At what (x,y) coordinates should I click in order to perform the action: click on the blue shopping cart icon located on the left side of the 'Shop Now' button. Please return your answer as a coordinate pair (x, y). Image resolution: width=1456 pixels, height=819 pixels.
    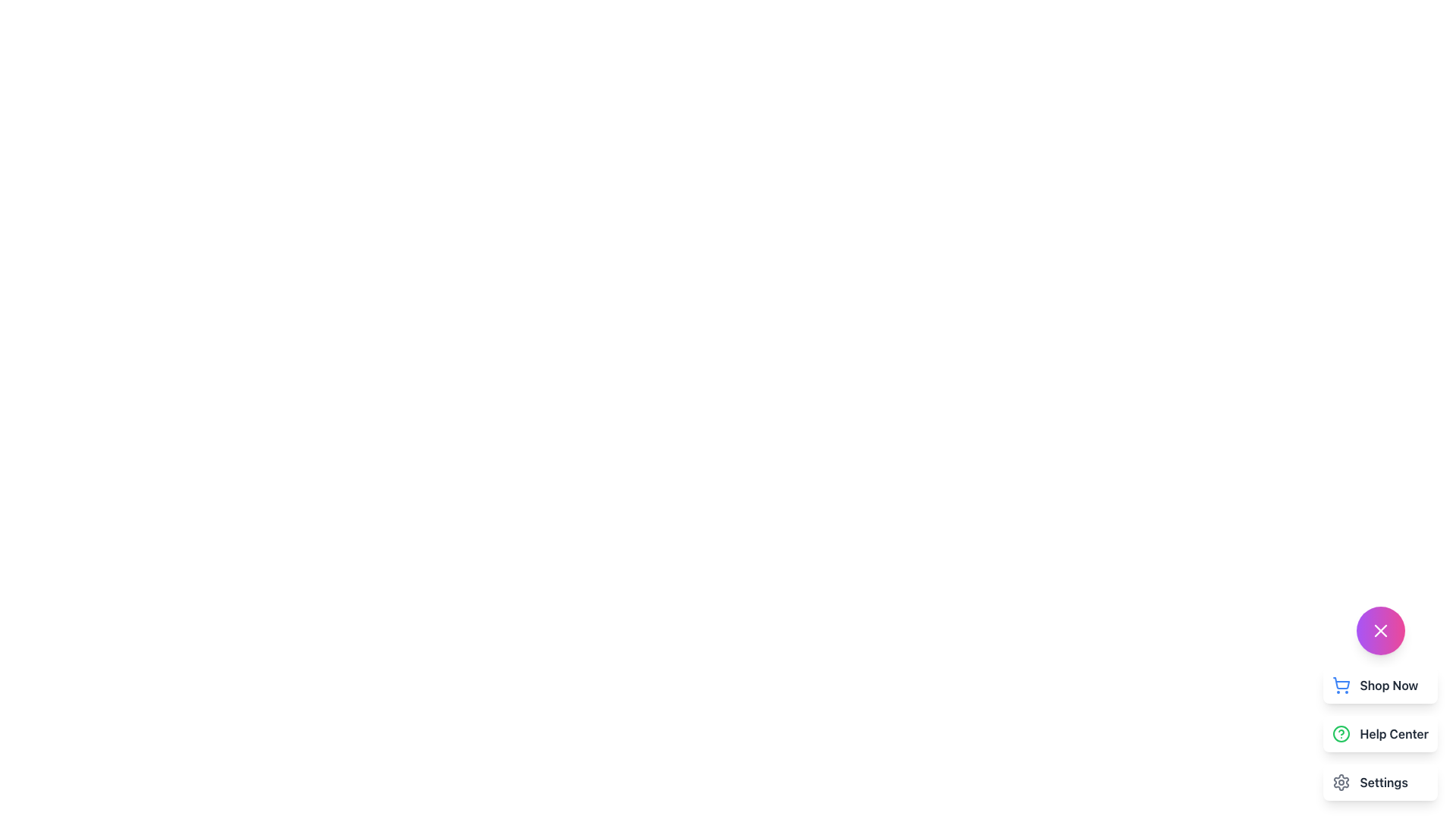
    Looking at the image, I should click on (1341, 685).